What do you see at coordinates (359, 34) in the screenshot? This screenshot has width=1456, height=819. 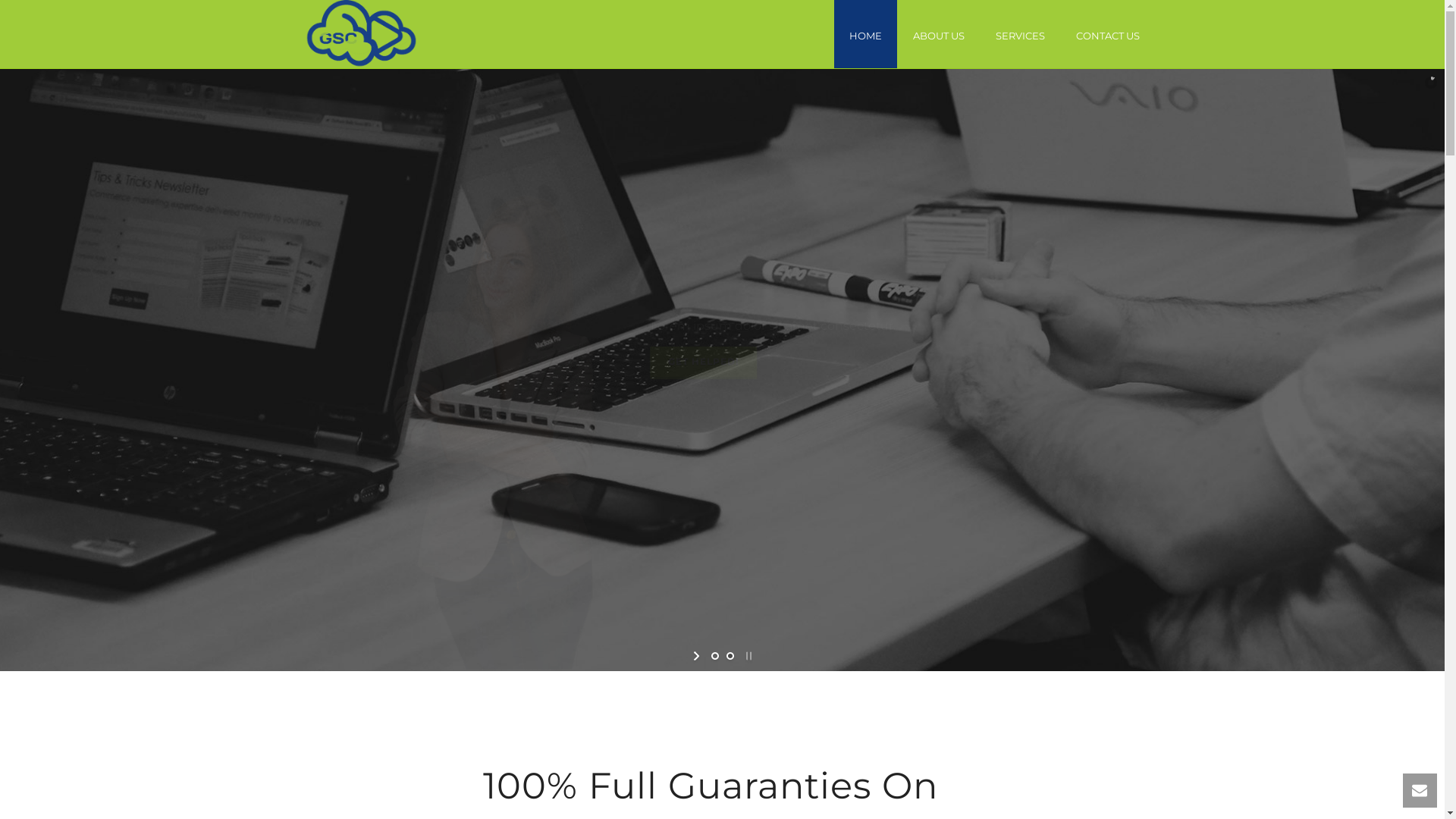 I see `'Just another WordPress site'` at bounding box center [359, 34].